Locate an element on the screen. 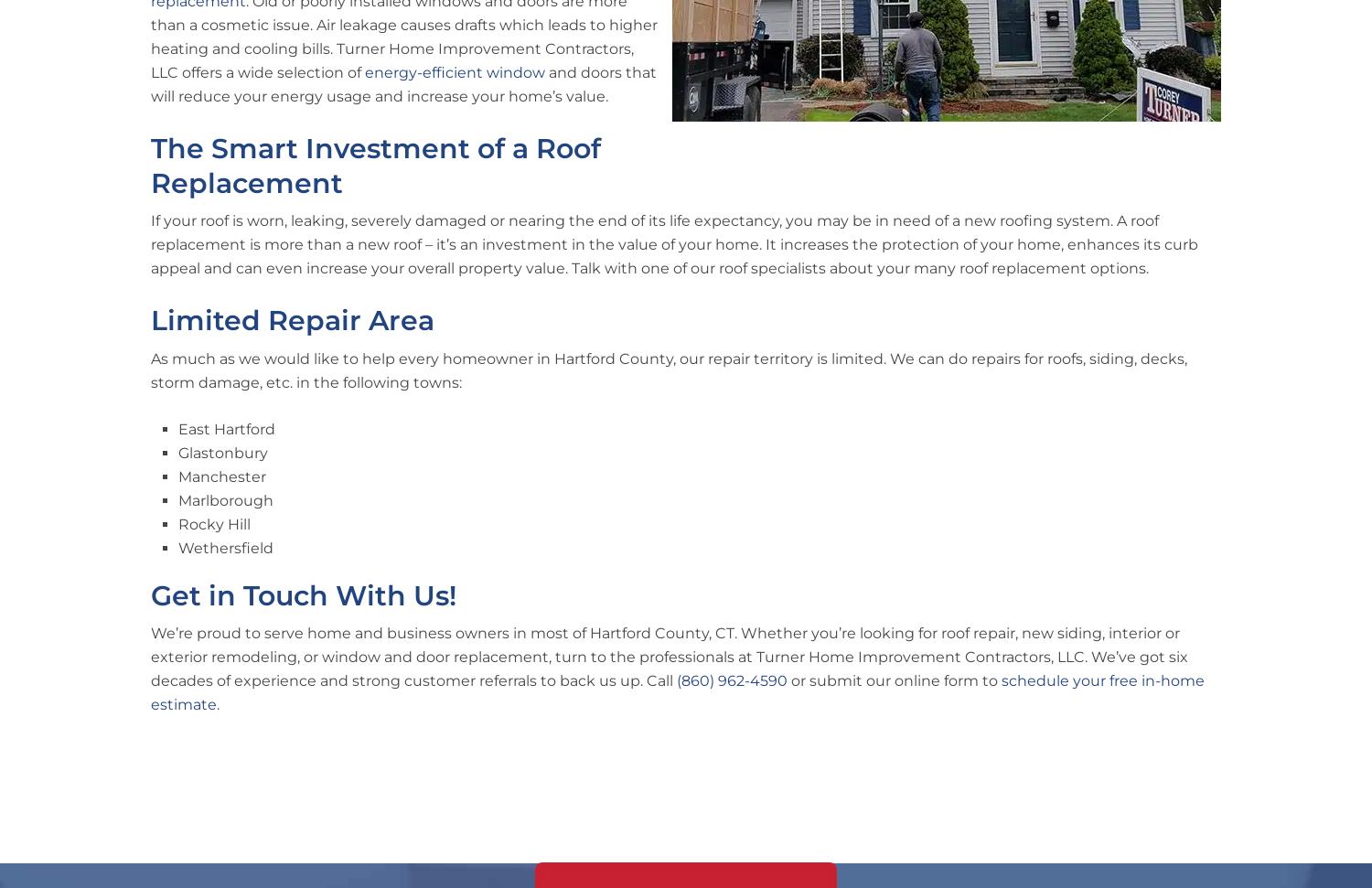  'and doors that will reduce your energy usage and increase your home’s value.' is located at coordinates (151, 83).